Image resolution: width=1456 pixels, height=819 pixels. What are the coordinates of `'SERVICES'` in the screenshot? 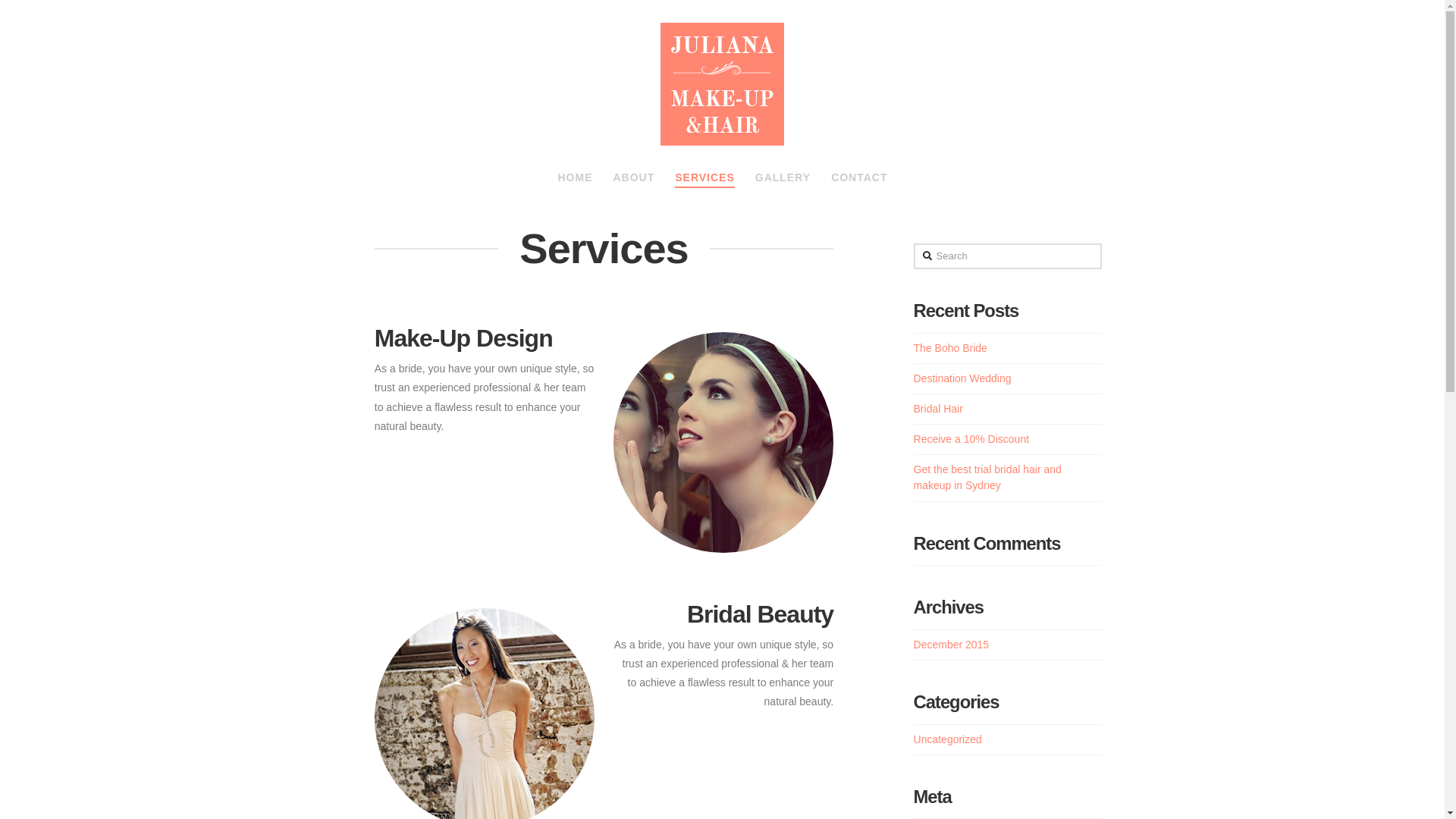 It's located at (664, 178).